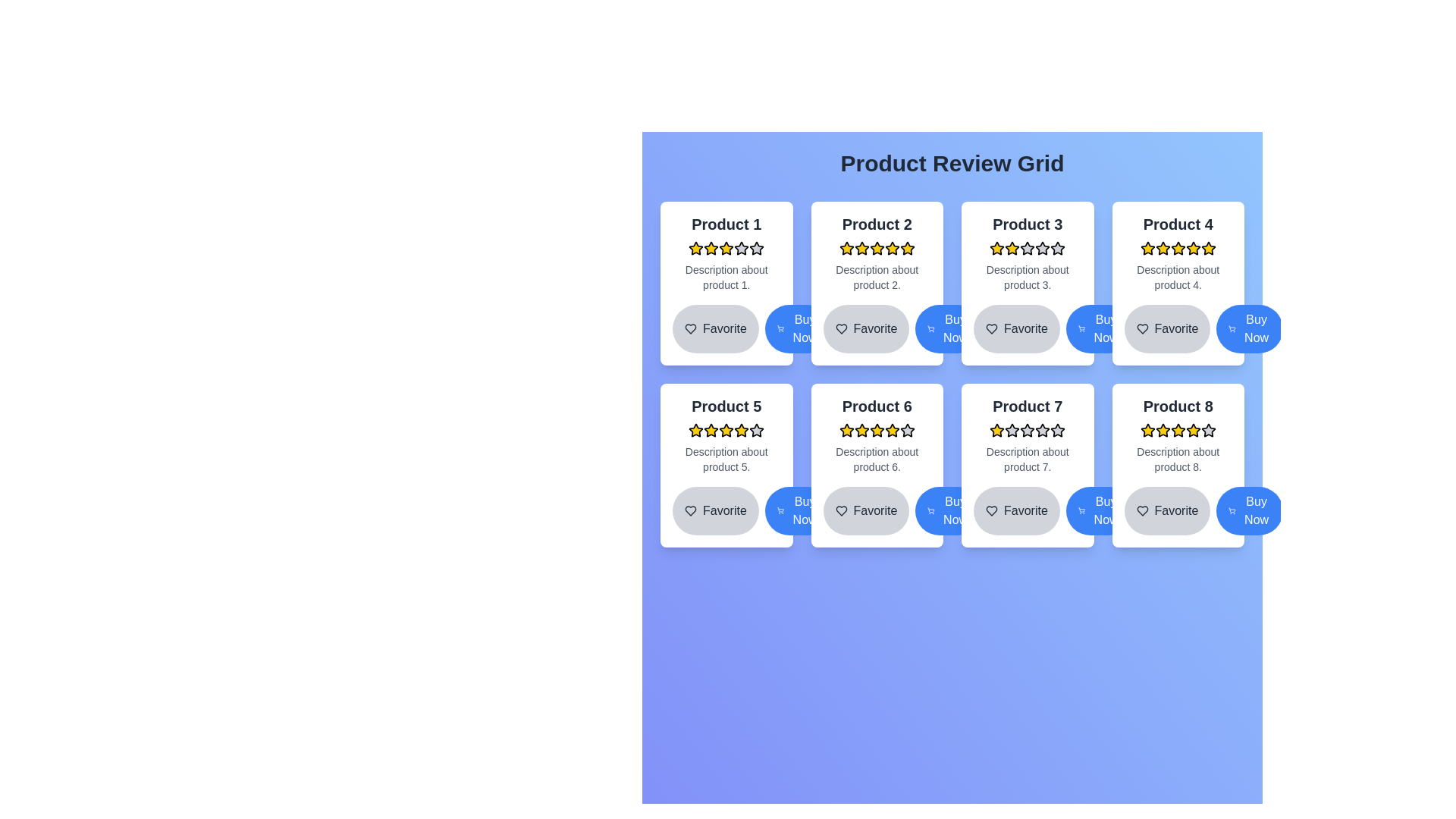 The width and height of the screenshot is (1456, 819). Describe the element at coordinates (1177, 511) in the screenshot. I see `the favorite button located in the bottom-left corner of the product card for 'Product 8' to observe any hover effects` at that location.